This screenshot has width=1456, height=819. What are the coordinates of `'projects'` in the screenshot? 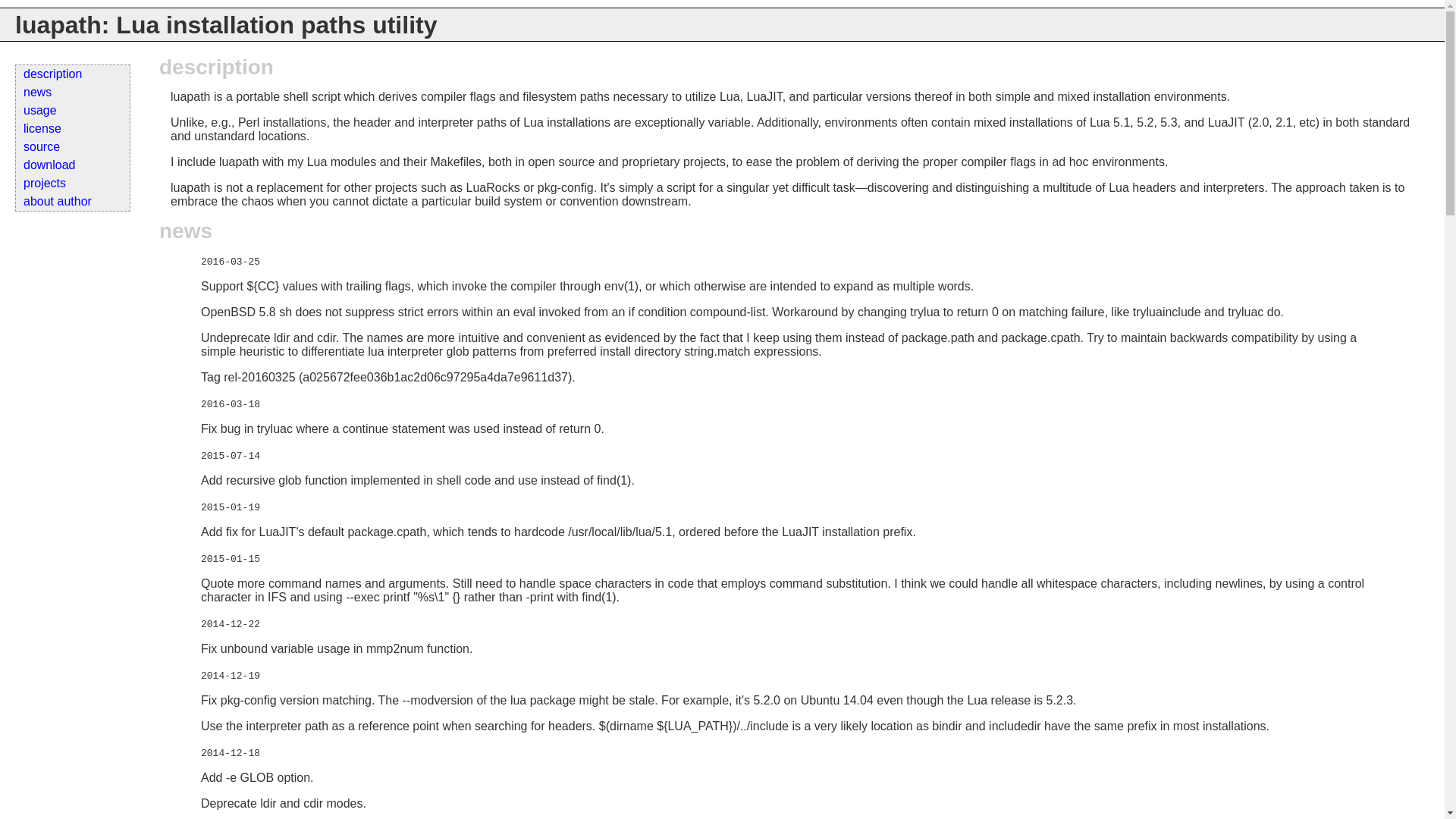 It's located at (72, 183).